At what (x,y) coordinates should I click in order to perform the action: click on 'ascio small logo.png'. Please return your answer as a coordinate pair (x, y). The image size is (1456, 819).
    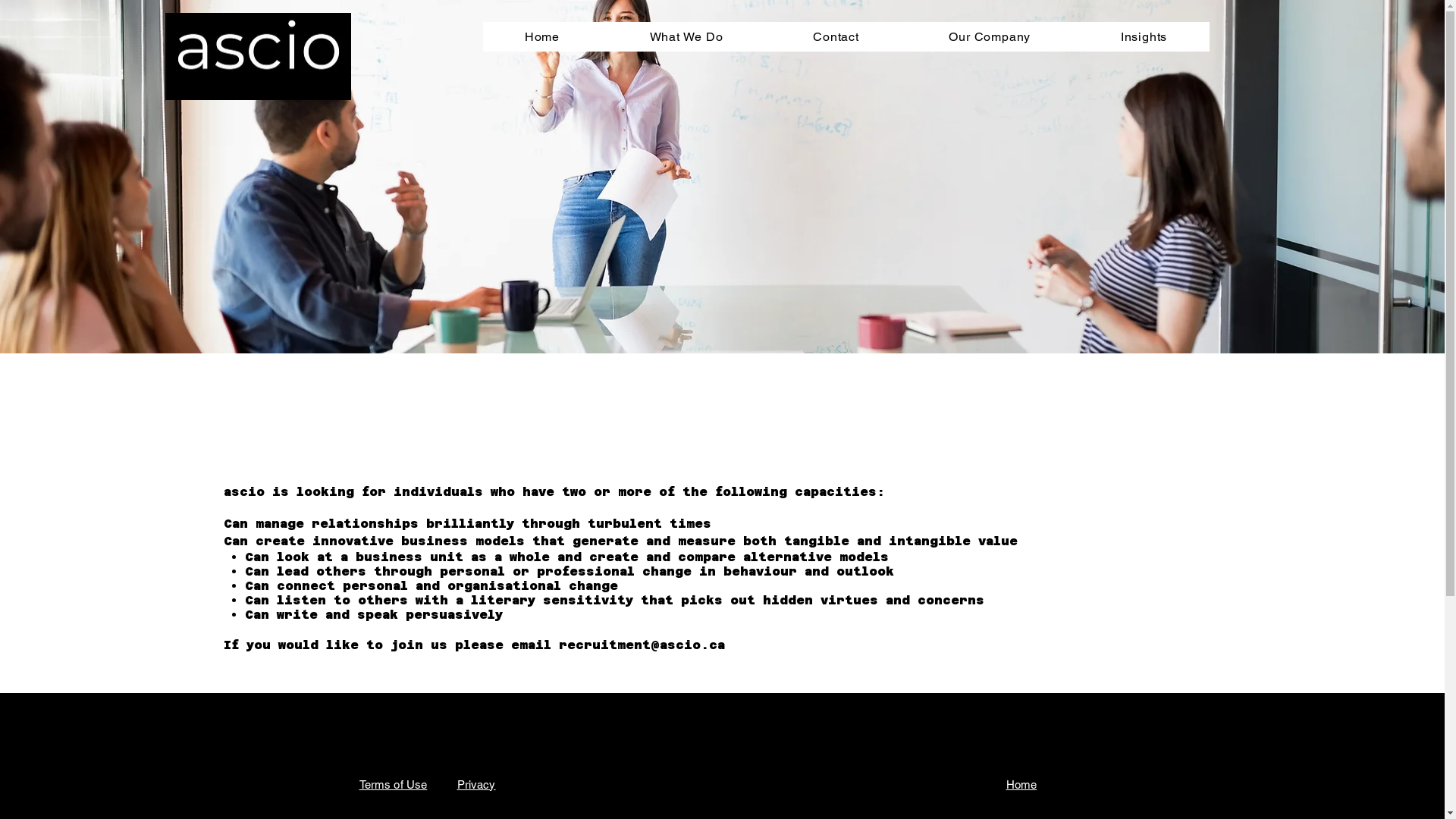
    Looking at the image, I should click on (257, 55).